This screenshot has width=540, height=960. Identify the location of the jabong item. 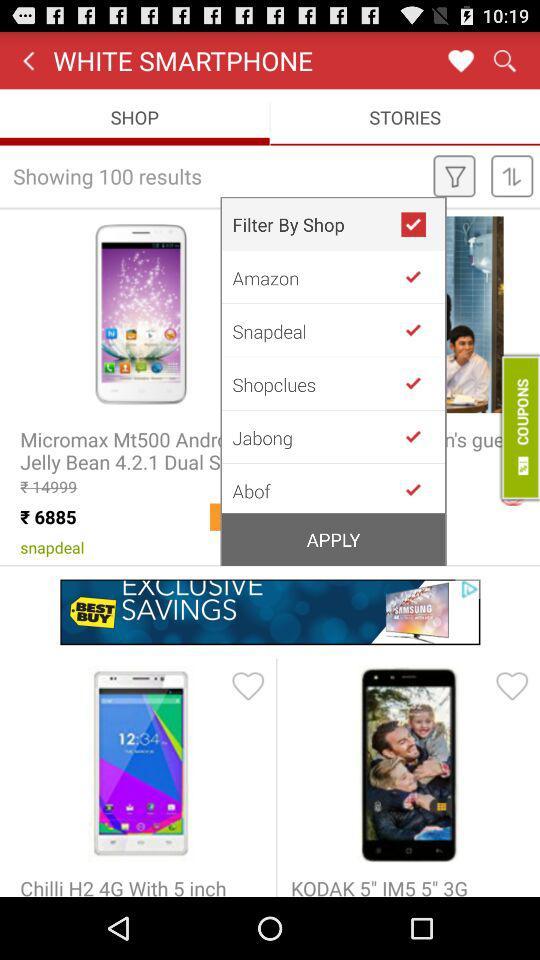
(316, 437).